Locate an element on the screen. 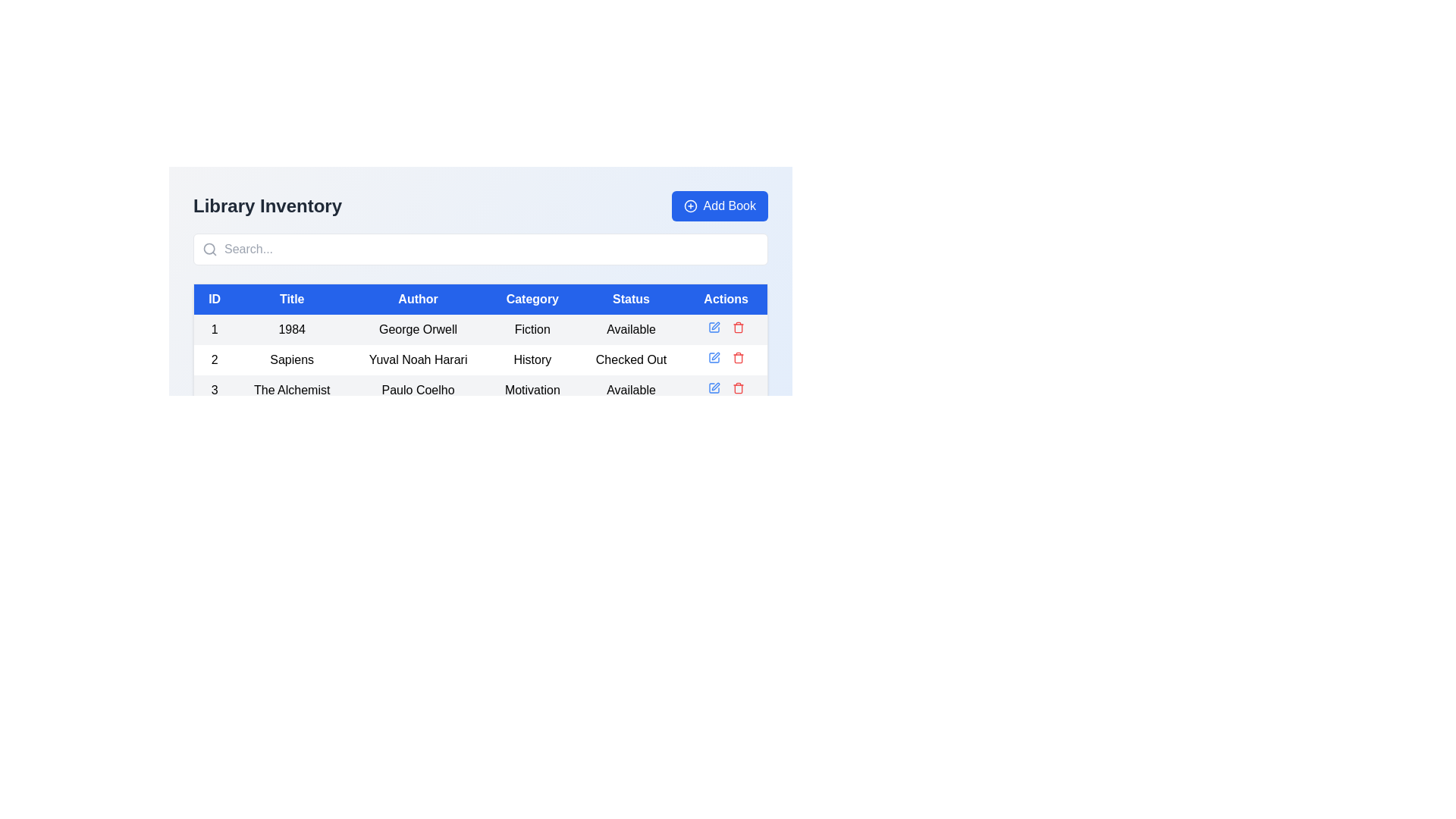  text 'Actions' from the last header cell in the 'Actions' column of the table, which is located to the right of the 'Status' header is located at coordinates (725, 299).